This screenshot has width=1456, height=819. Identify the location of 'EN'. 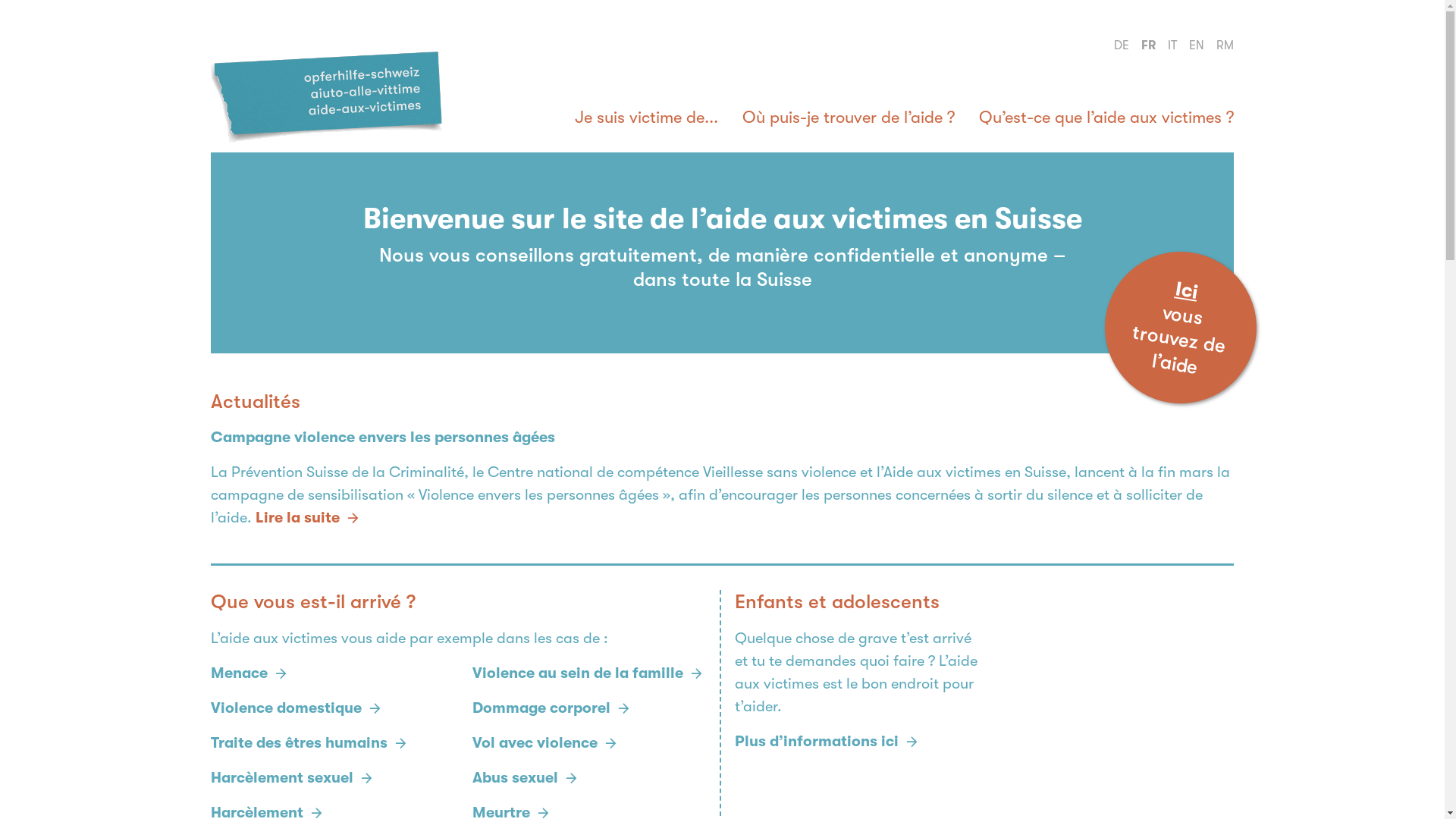
(1196, 45).